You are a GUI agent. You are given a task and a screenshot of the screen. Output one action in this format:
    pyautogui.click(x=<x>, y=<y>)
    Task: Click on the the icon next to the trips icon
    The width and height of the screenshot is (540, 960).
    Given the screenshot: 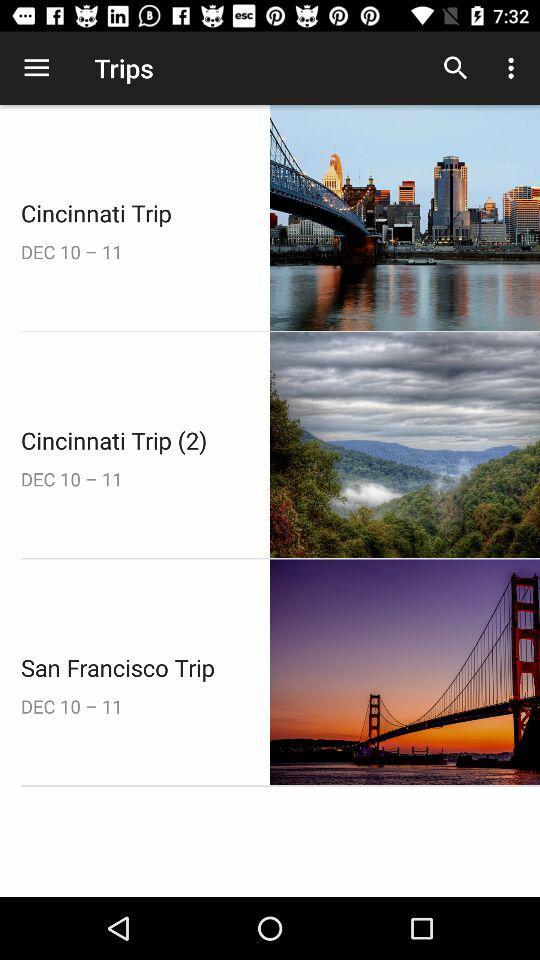 What is the action you would take?
    pyautogui.click(x=36, y=68)
    